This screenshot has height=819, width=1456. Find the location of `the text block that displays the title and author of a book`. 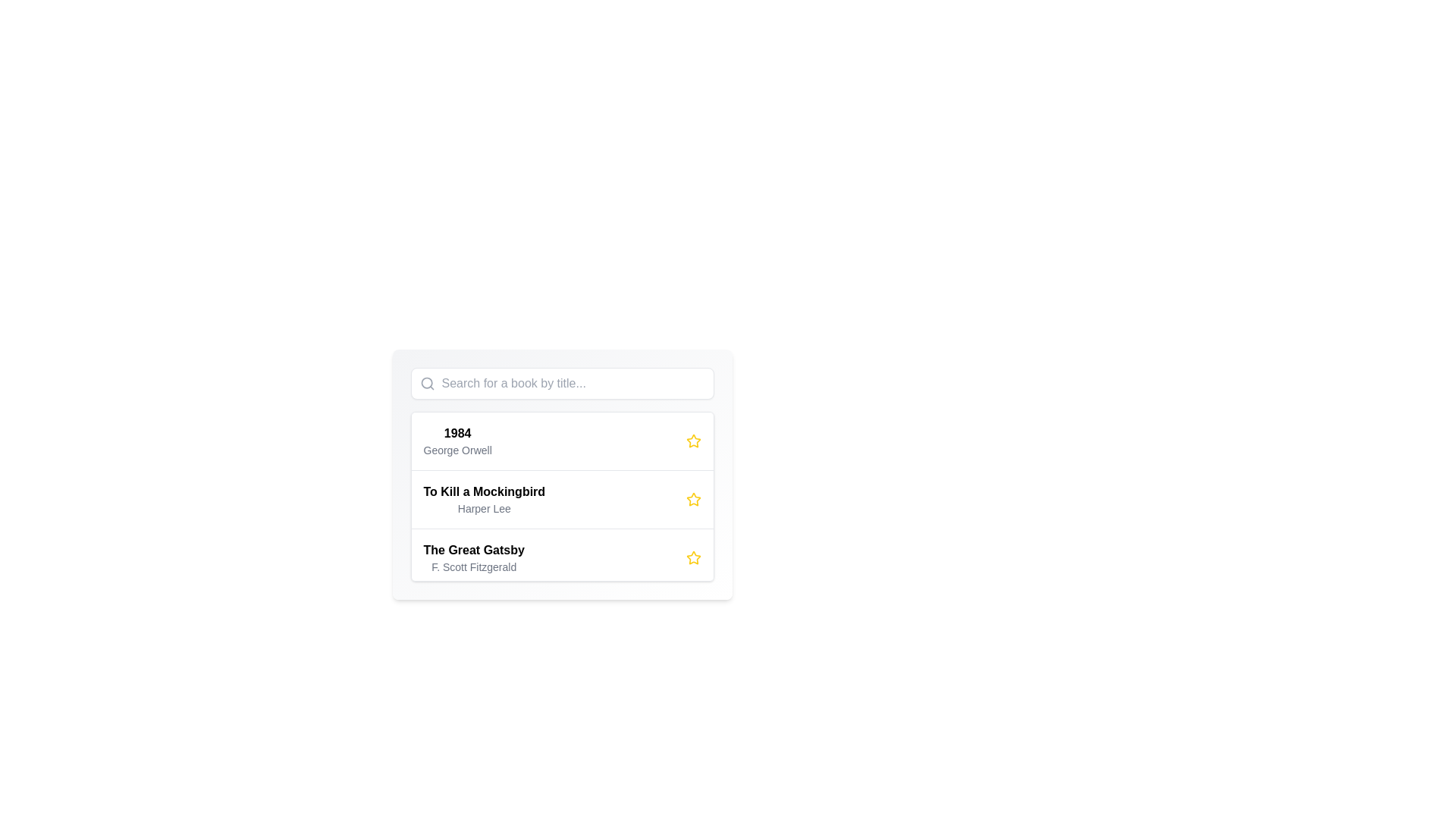

the text block that displays the title and author of a book is located at coordinates (457, 441).